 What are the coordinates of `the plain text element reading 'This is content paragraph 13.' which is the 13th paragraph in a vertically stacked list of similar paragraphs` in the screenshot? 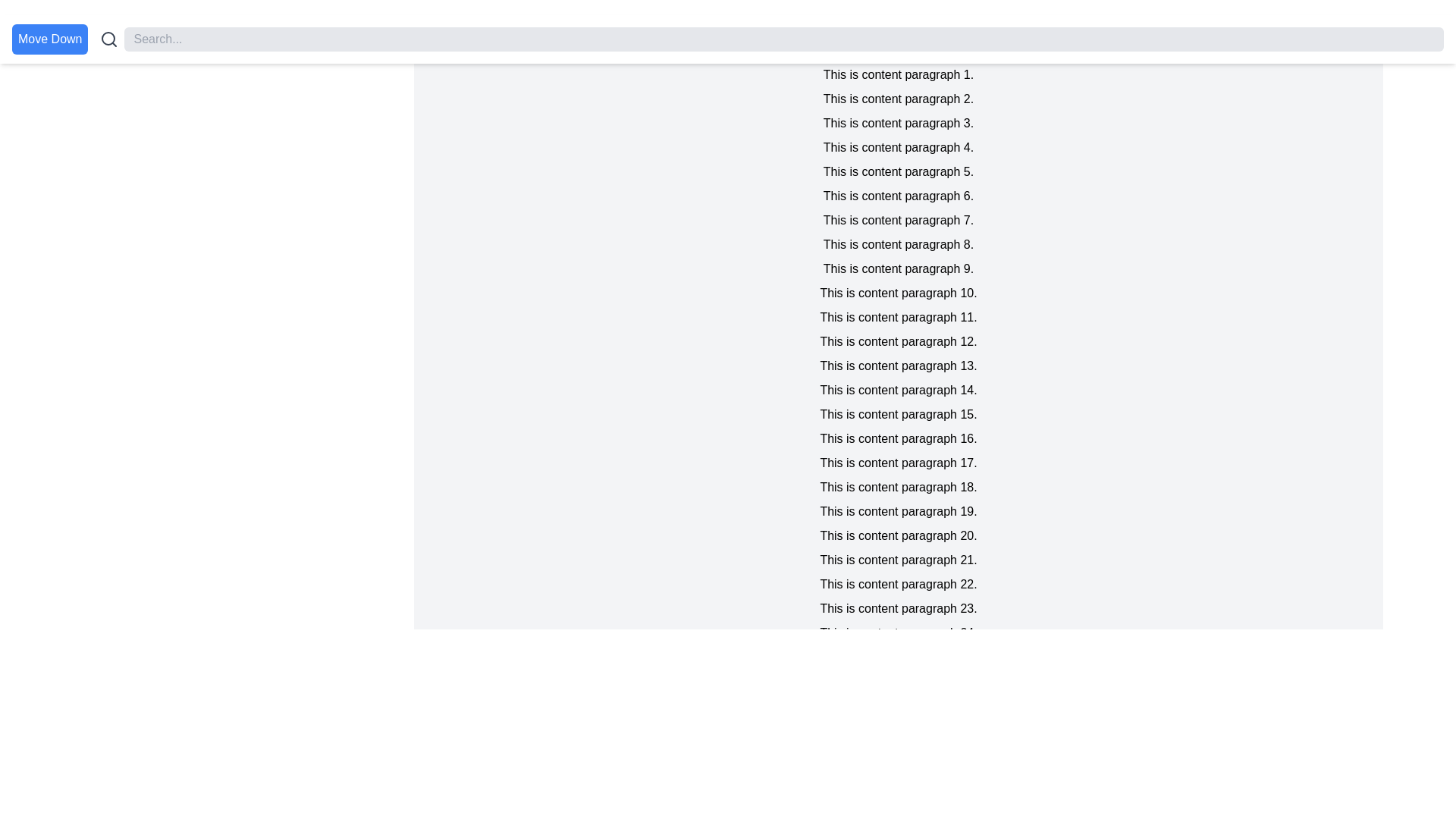 It's located at (899, 366).